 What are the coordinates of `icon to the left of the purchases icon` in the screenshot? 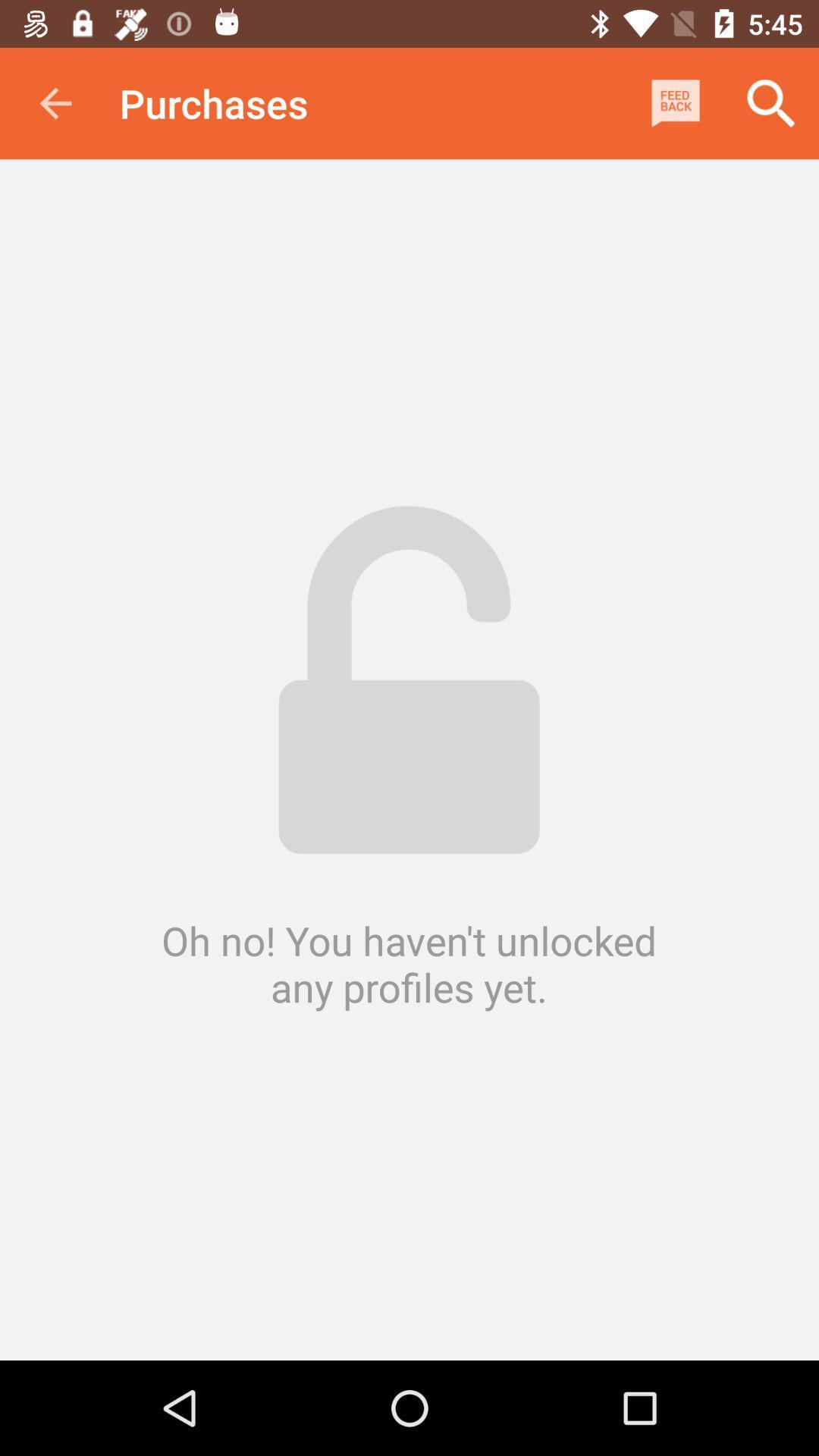 It's located at (55, 102).